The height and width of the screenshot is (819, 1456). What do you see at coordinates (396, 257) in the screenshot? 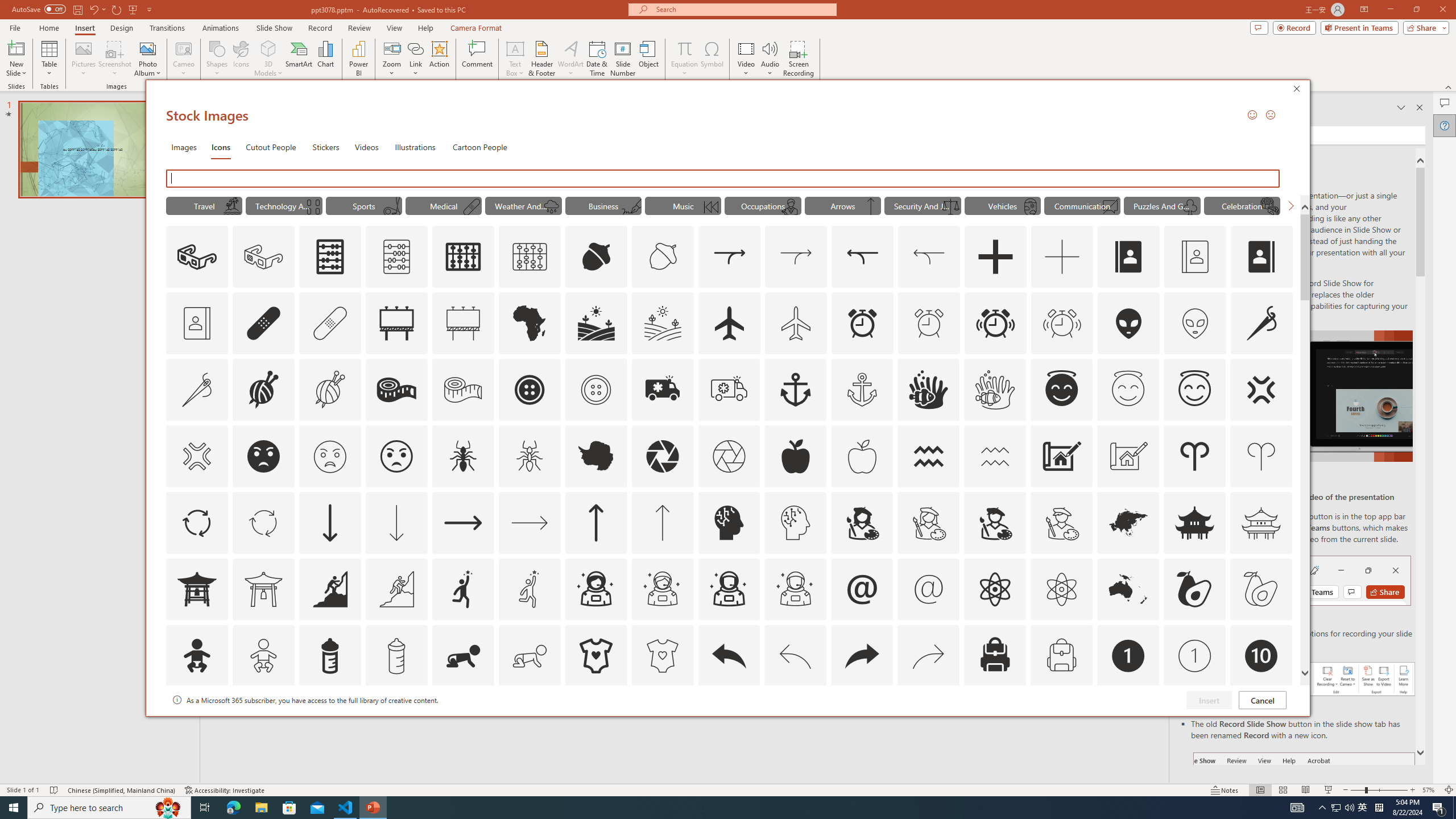
I see `'AutomationID: Icons_Abacus_M'` at bounding box center [396, 257].